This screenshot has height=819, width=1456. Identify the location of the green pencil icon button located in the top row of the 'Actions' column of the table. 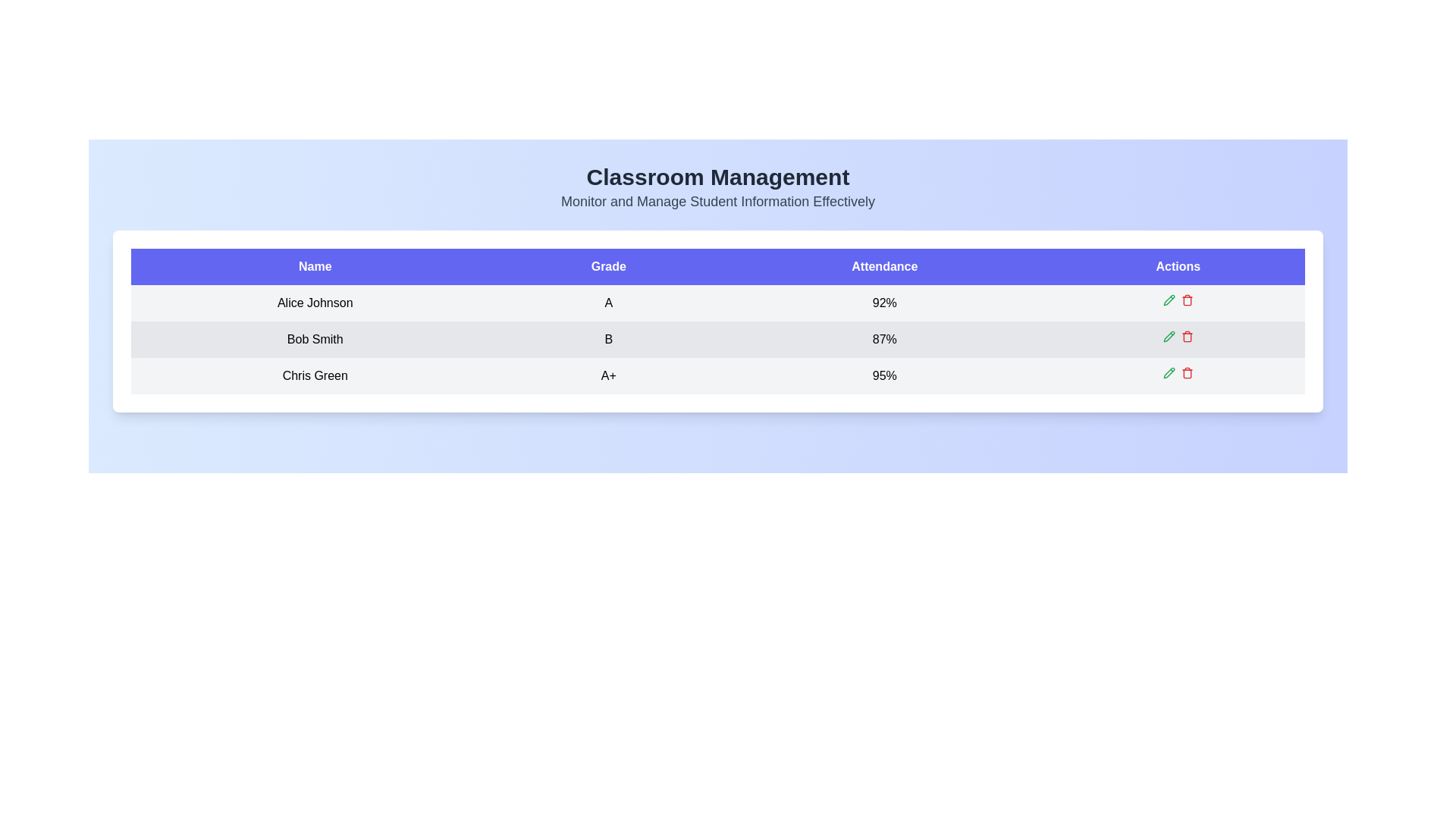
(1168, 300).